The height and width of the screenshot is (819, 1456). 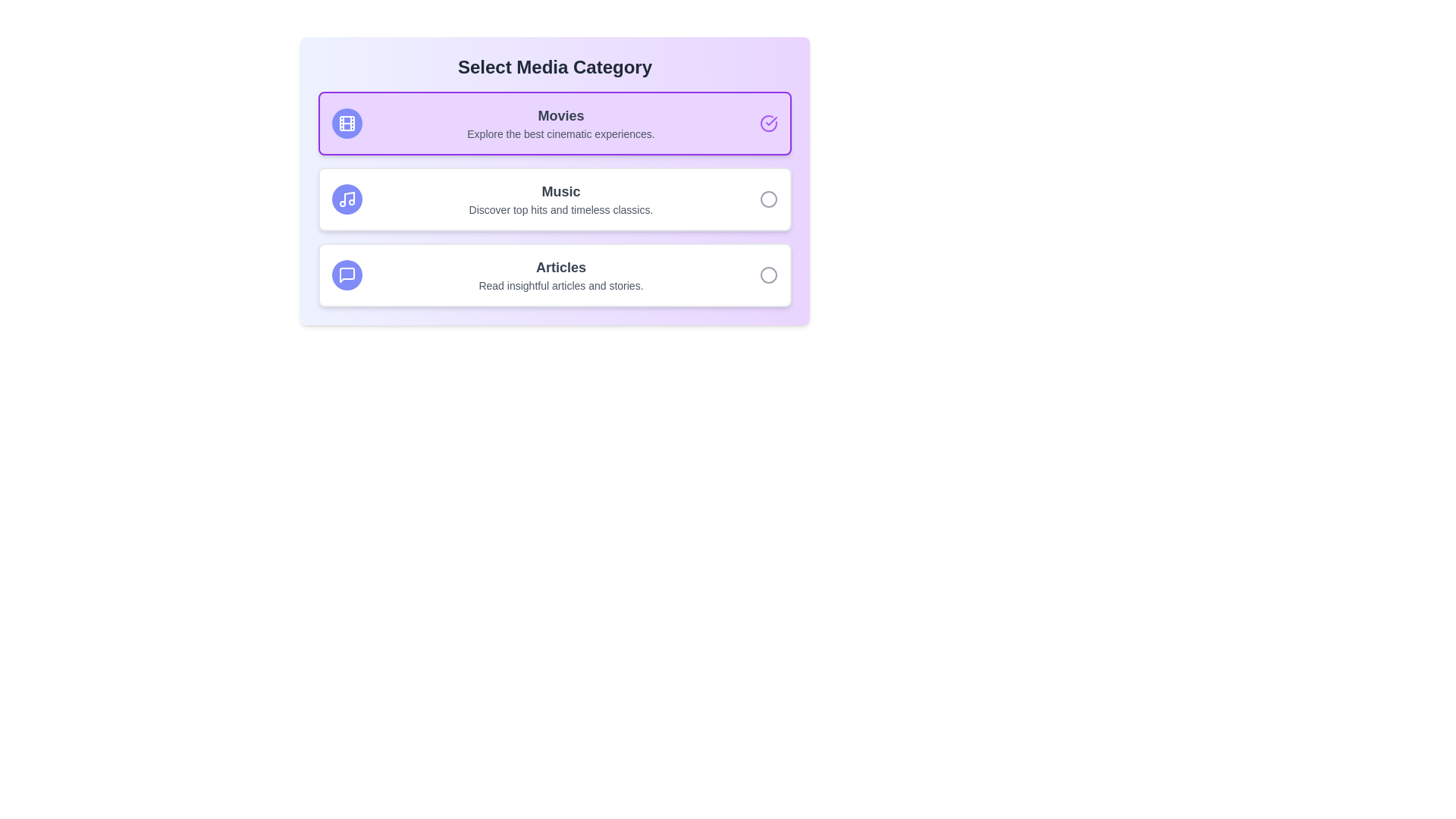 I want to click on the SVG-based circular icon located at the far right side of the 'Articles' selection card for more options, so click(x=768, y=275).